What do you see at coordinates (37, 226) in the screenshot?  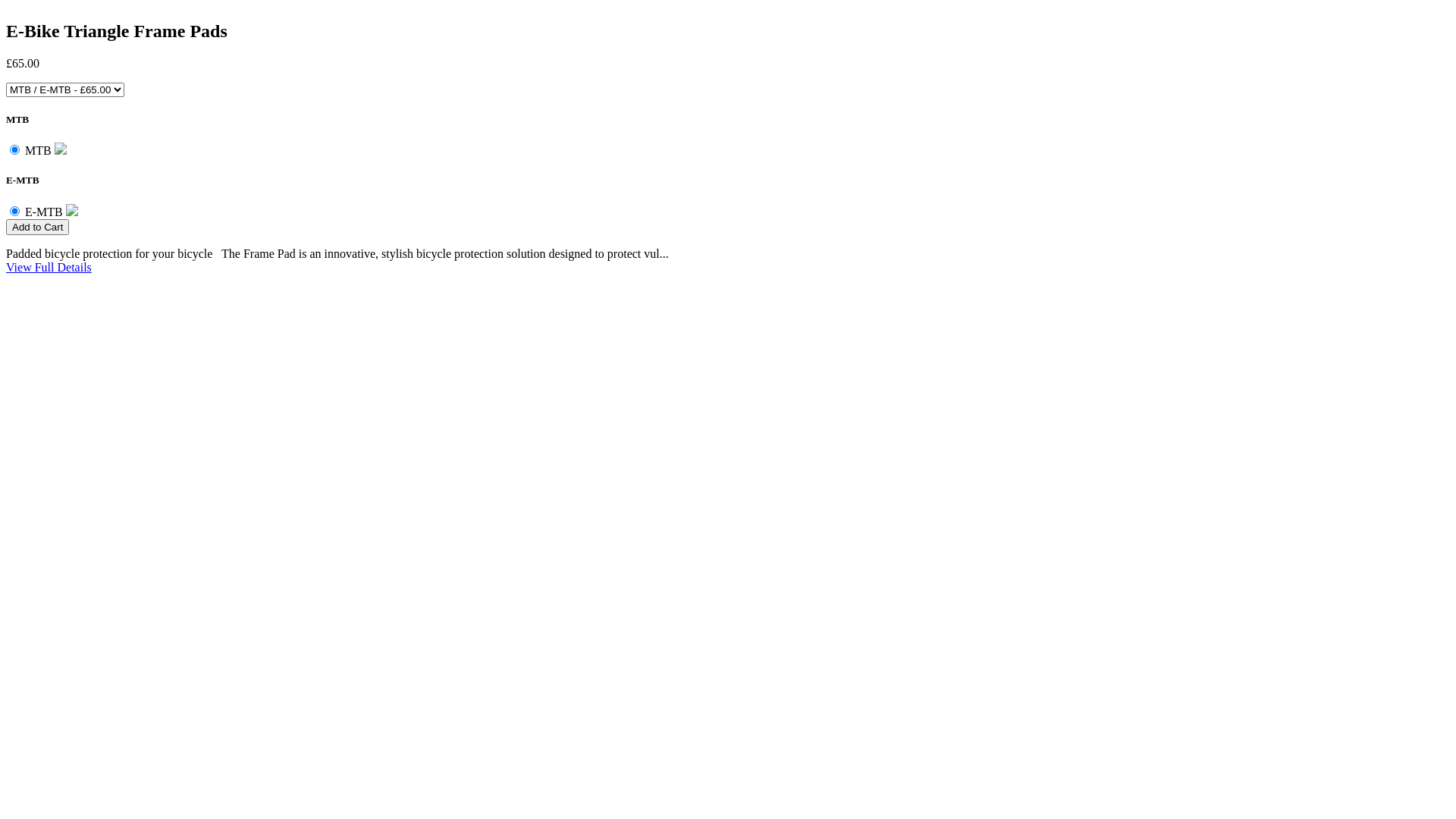 I see `'Add to Cart'` at bounding box center [37, 226].